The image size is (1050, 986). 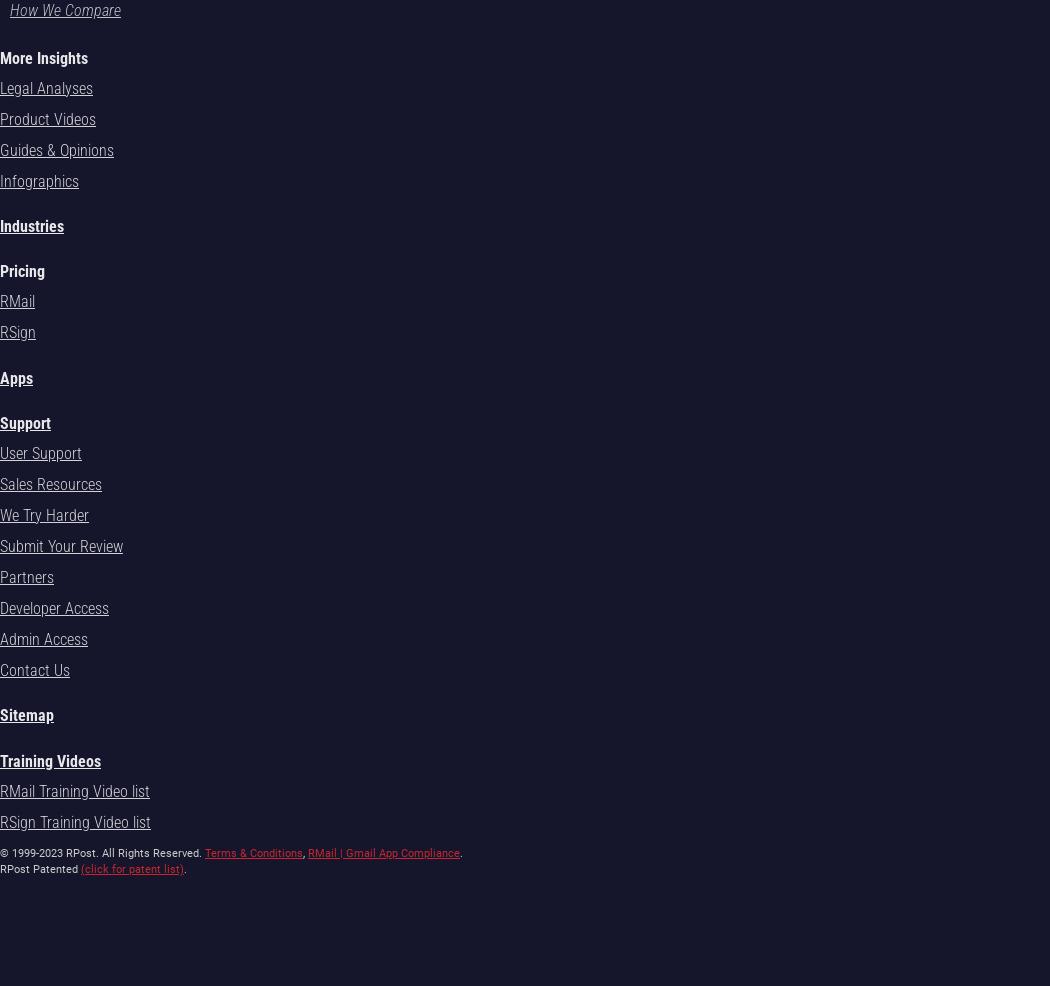 What do you see at coordinates (22, 271) in the screenshot?
I see `'Pricing'` at bounding box center [22, 271].